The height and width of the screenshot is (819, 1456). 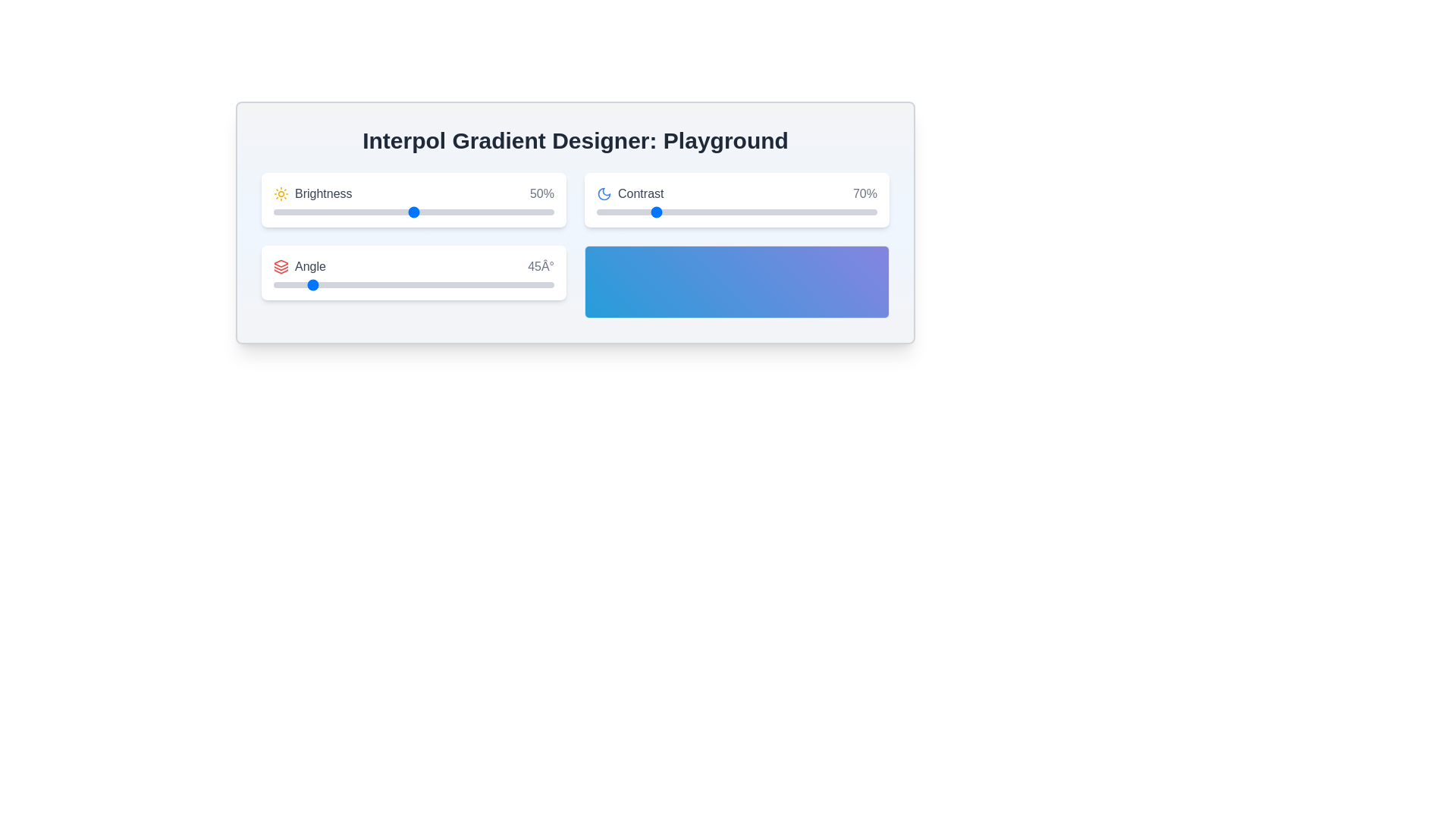 I want to click on the angle, so click(x=338, y=284).